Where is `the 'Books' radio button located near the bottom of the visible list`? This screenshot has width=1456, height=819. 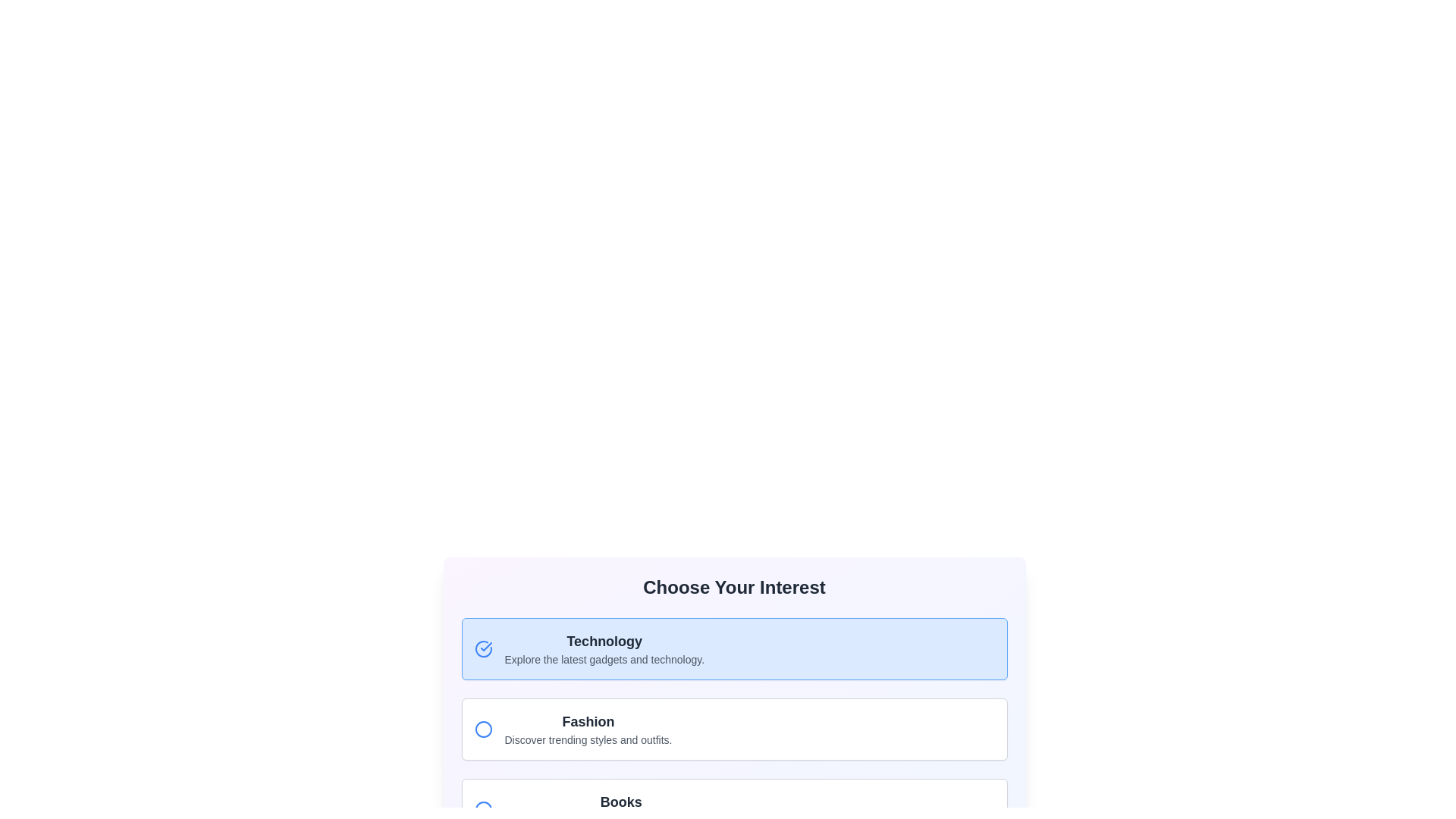
the 'Books' radio button located near the bottom of the visible list is located at coordinates (482, 809).